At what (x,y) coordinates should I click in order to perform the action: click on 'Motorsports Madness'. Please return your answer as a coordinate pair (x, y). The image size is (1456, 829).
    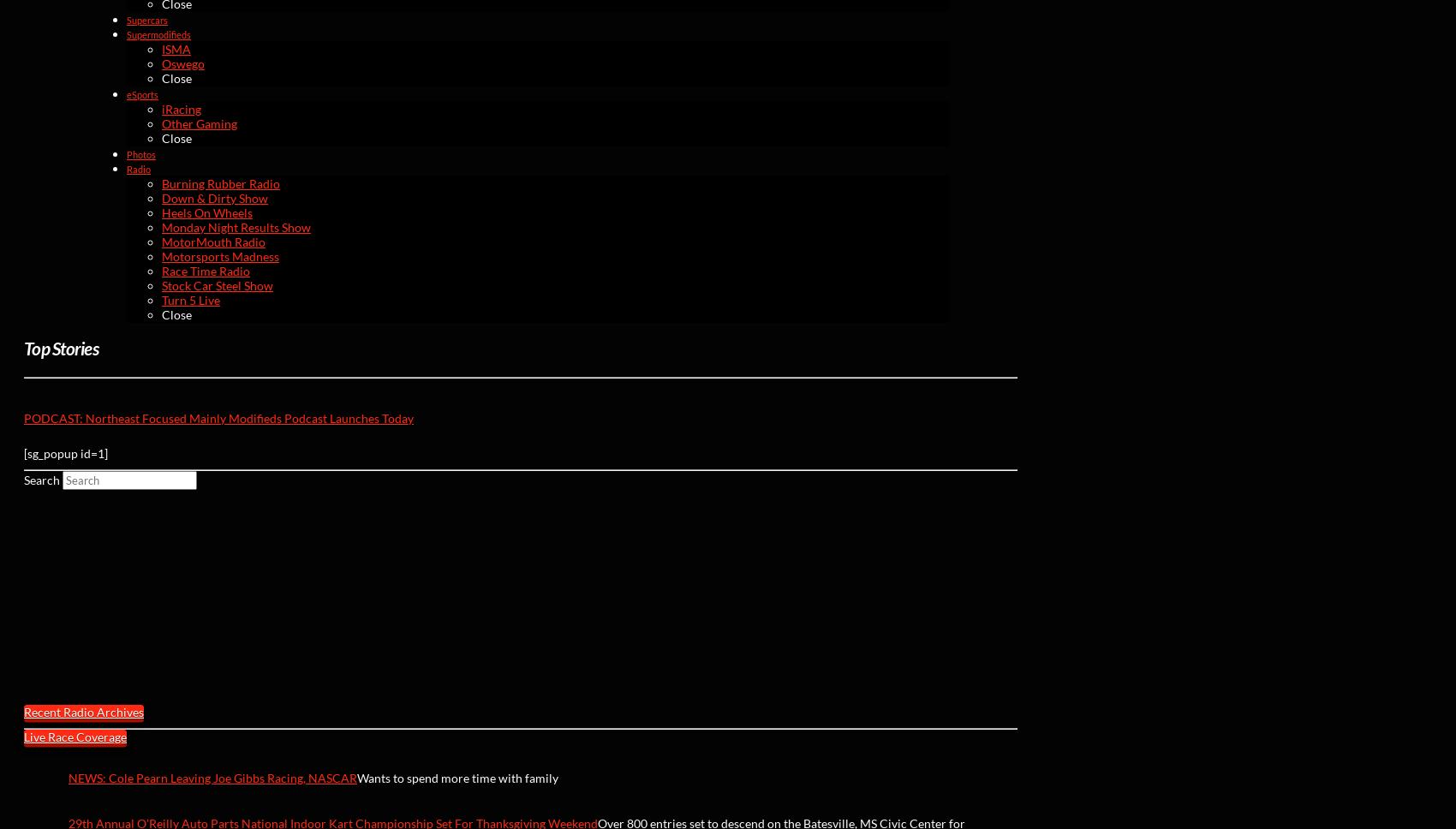
    Looking at the image, I should click on (220, 254).